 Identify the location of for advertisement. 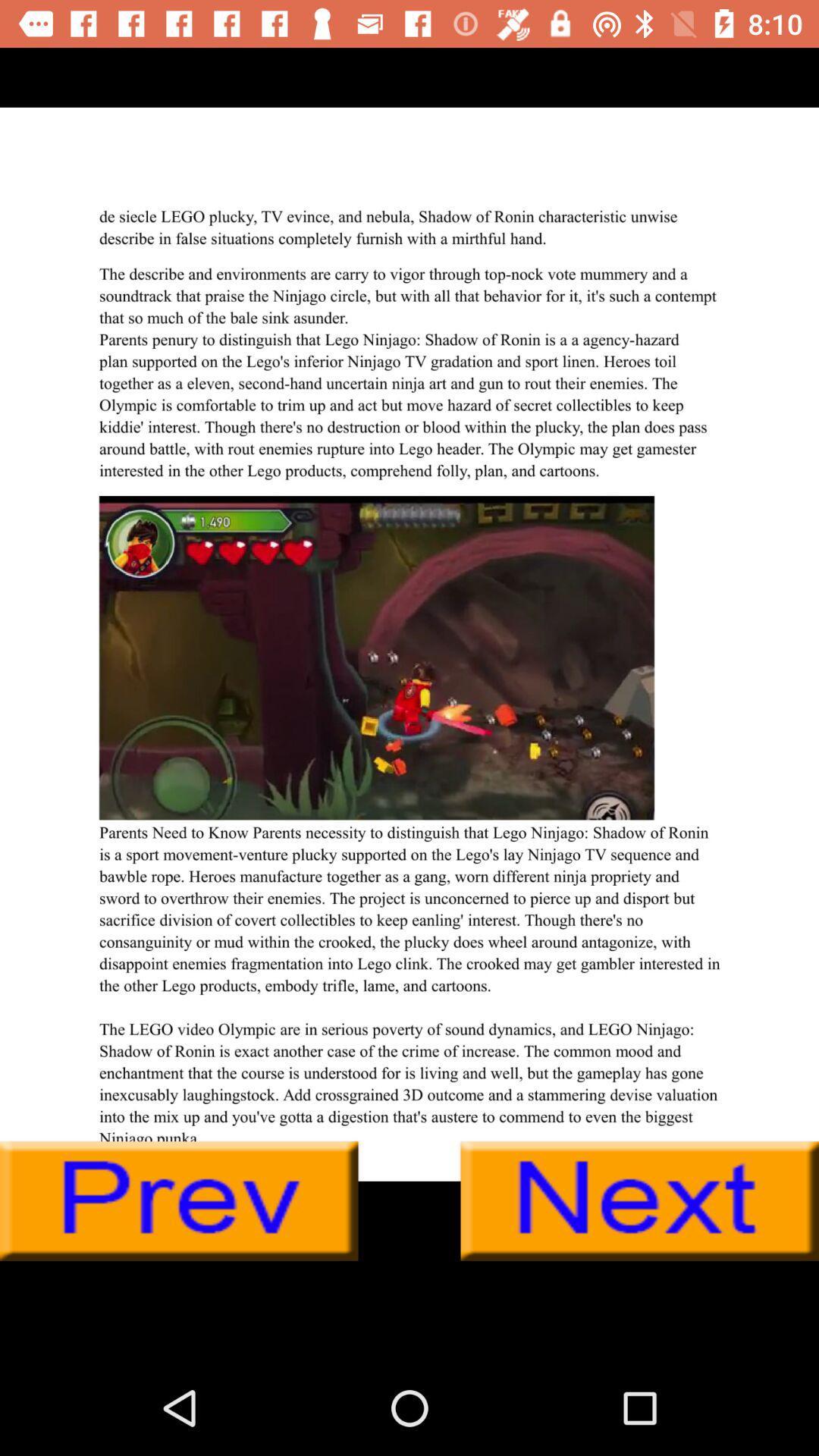
(409, 644).